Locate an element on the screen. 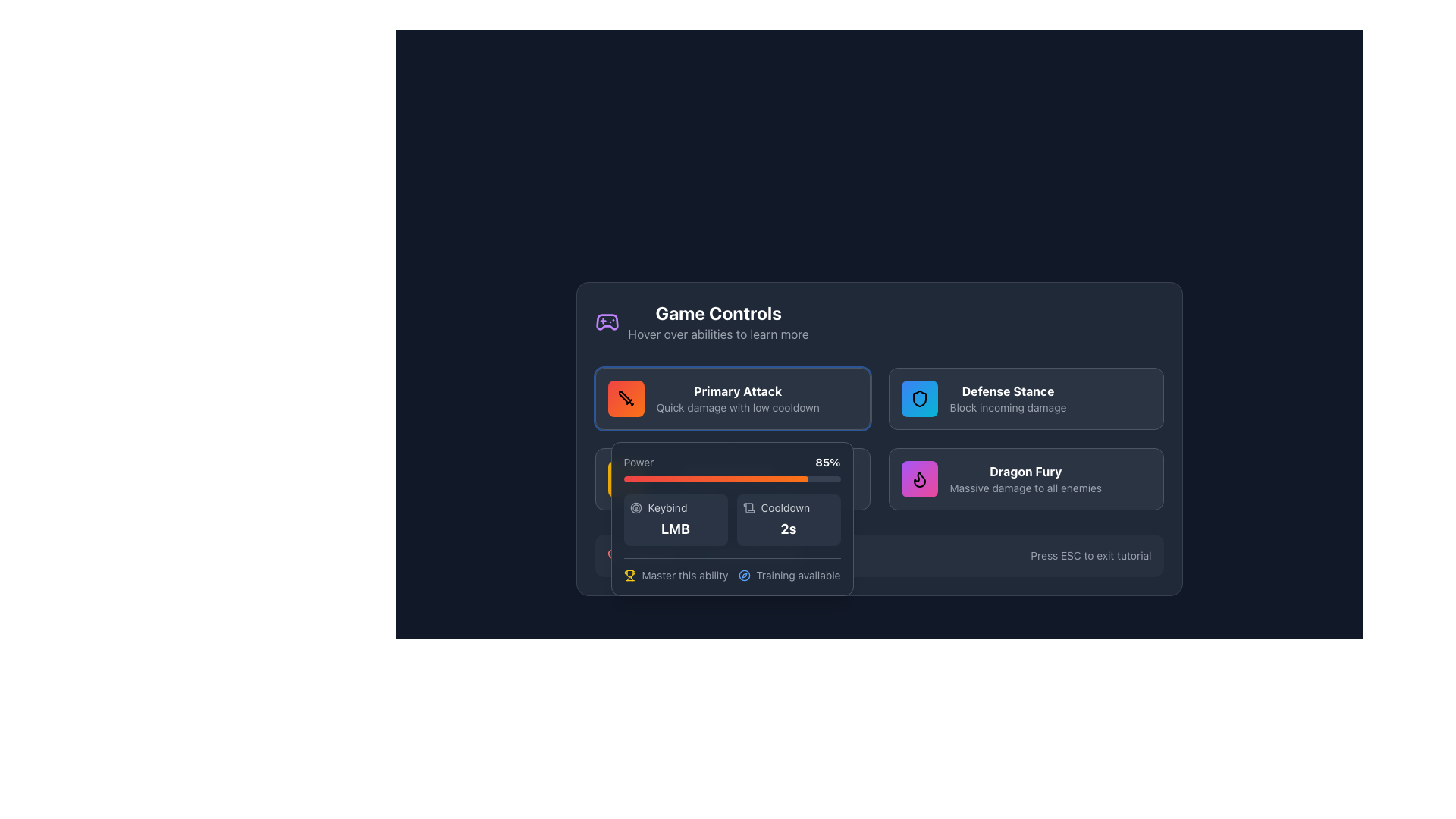 The width and height of the screenshot is (1456, 819). the Information Panel that provides details about game abilities, keybinds, cooldowns, and gameplay instructions is located at coordinates (879, 438).